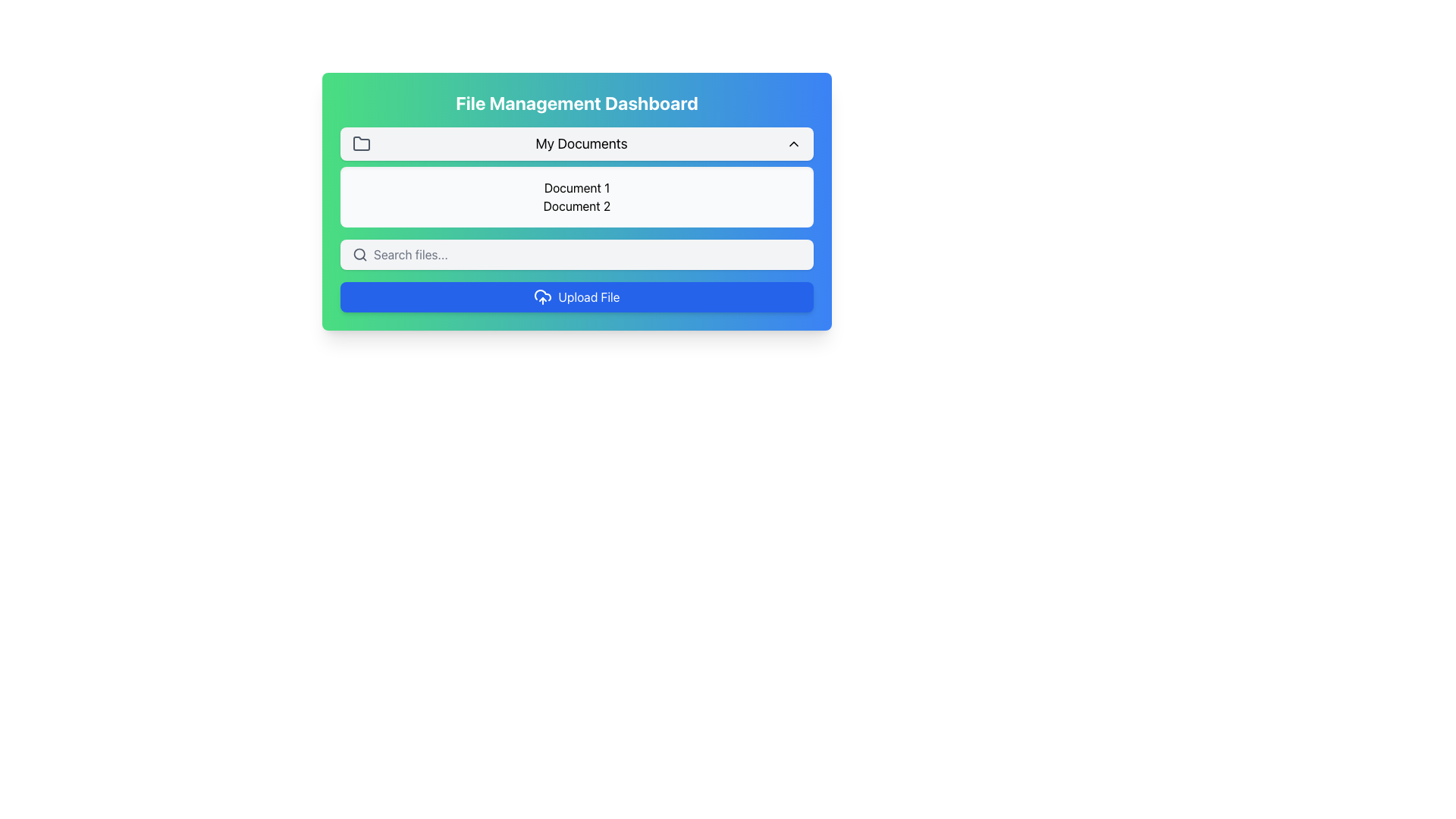 The width and height of the screenshot is (1456, 819). I want to click on the graphical icon resembling a folder, which is styled with a defined outline and no fill, located in the top section of the file management dashboard interface, specifically to the left of the 'My Documents' label, so click(360, 143).